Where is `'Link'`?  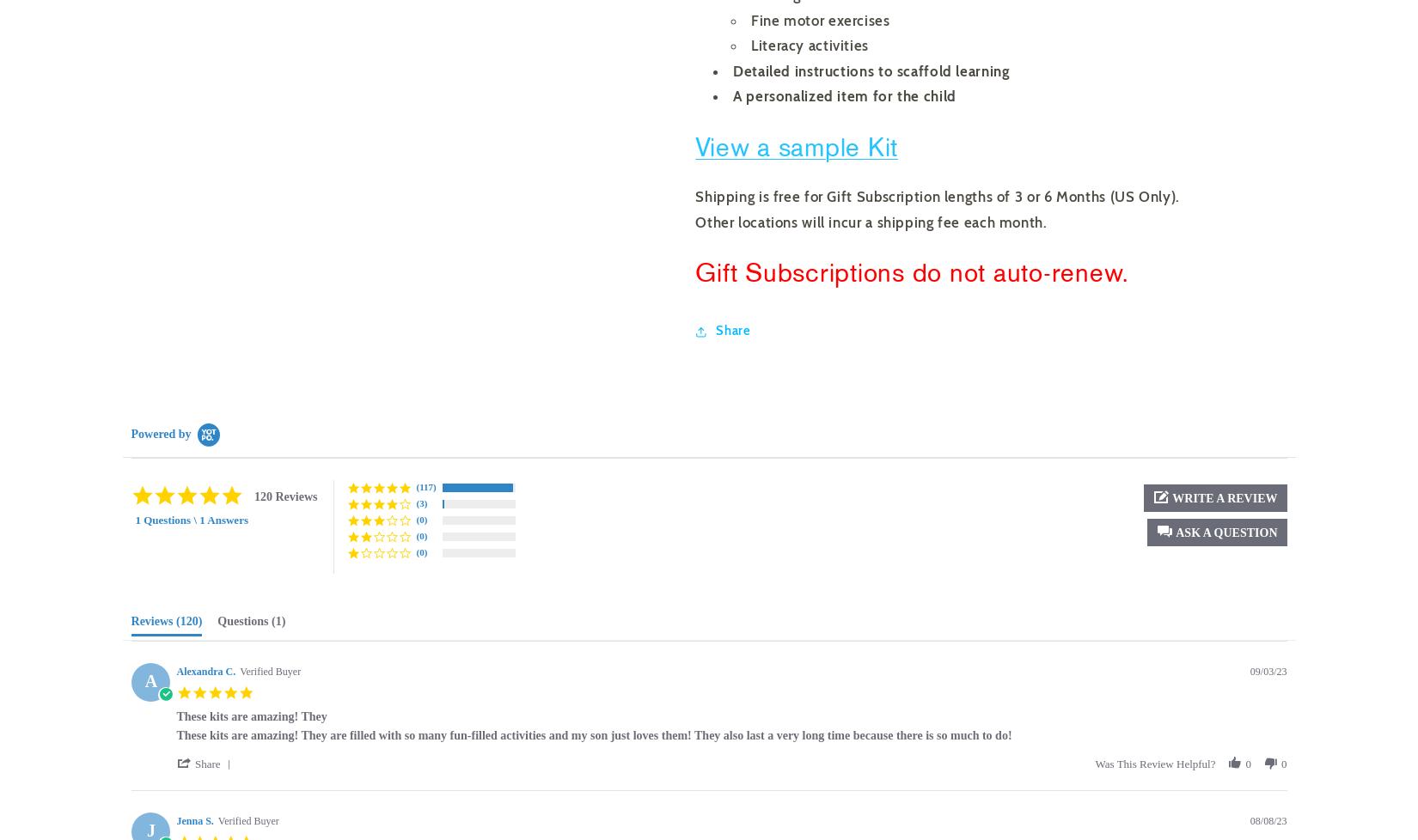 'Link' is located at coordinates (714, 389).